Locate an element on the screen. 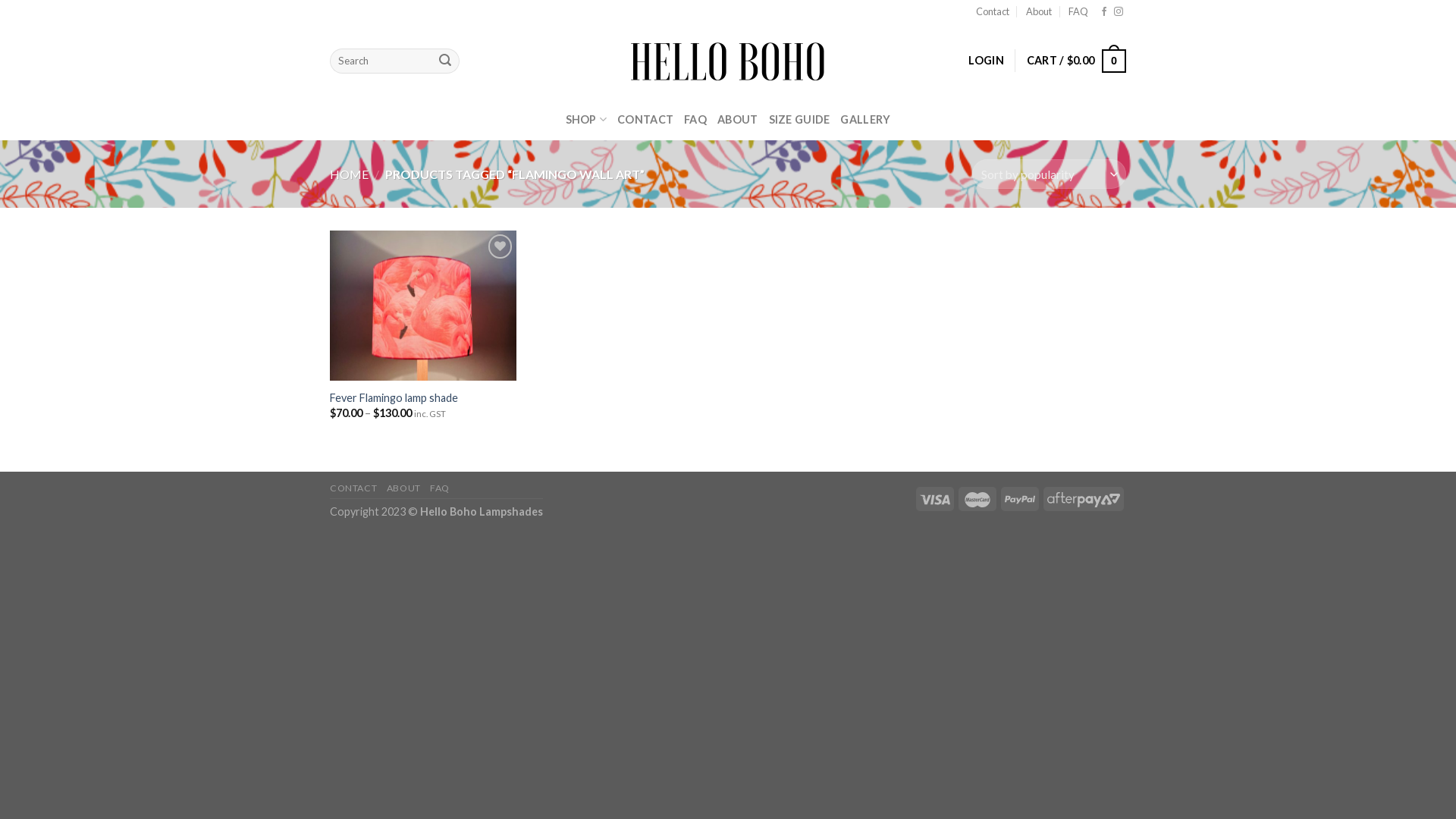 This screenshot has width=1456, height=819. 'About' is located at coordinates (1037, 11).